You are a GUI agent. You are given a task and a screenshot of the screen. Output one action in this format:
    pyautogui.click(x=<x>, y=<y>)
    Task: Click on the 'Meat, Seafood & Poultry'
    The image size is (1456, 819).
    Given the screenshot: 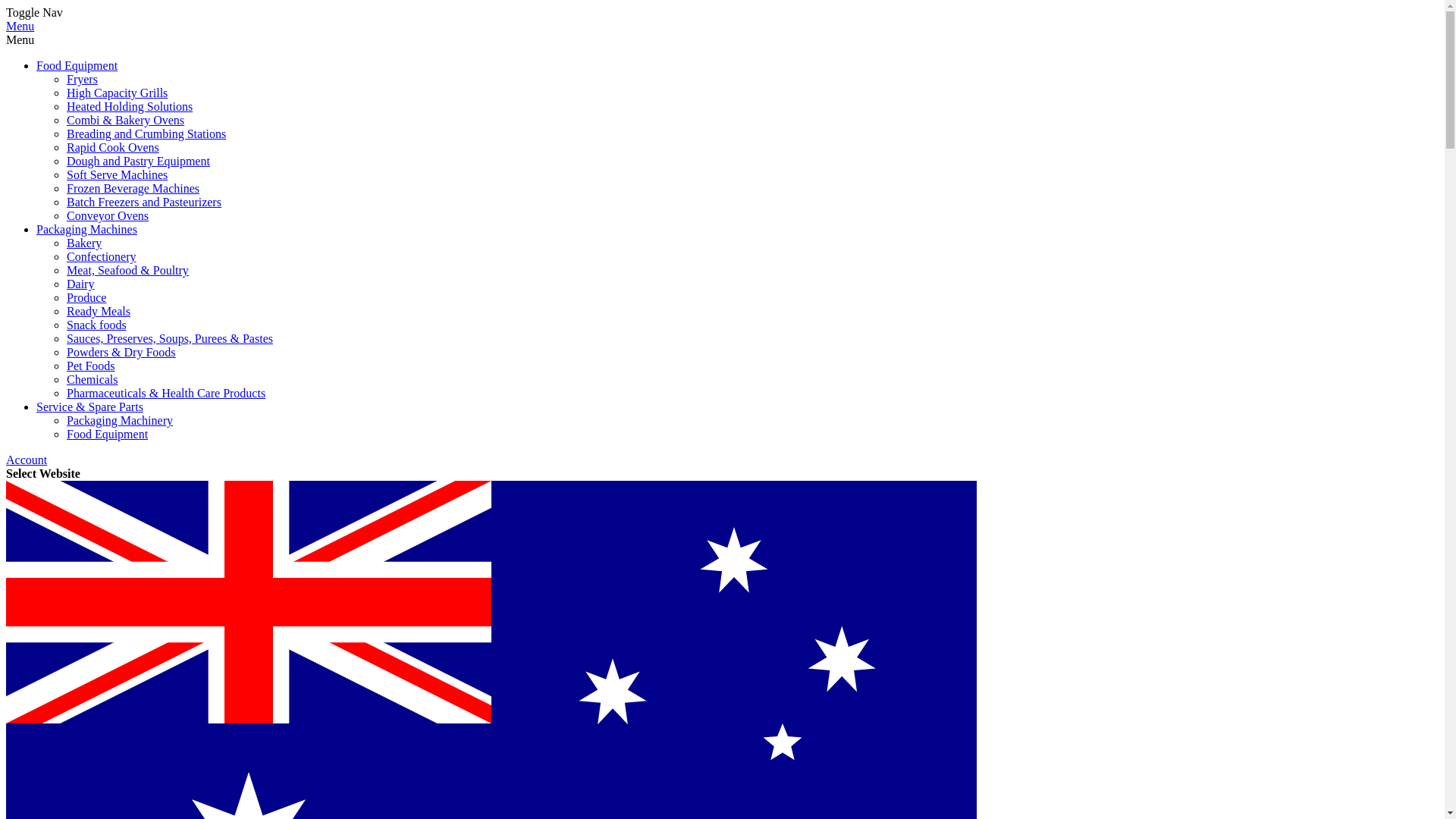 What is the action you would take?
    pyautogui.click(x=127, y=269)
    